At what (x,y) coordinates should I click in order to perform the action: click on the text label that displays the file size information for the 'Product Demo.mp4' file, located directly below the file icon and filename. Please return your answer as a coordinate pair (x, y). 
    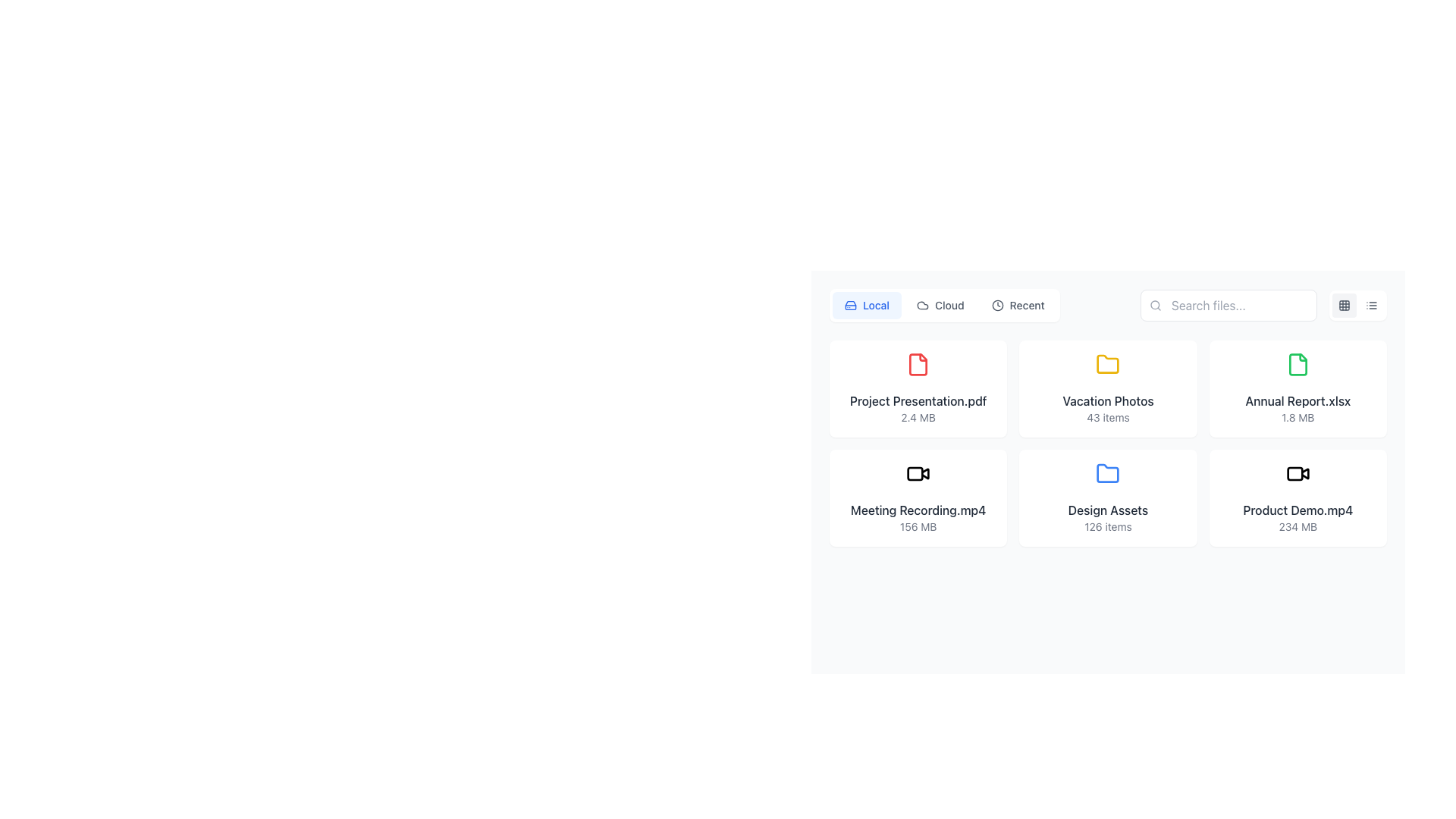
    Looking at the image, I should click on (1297, 526).